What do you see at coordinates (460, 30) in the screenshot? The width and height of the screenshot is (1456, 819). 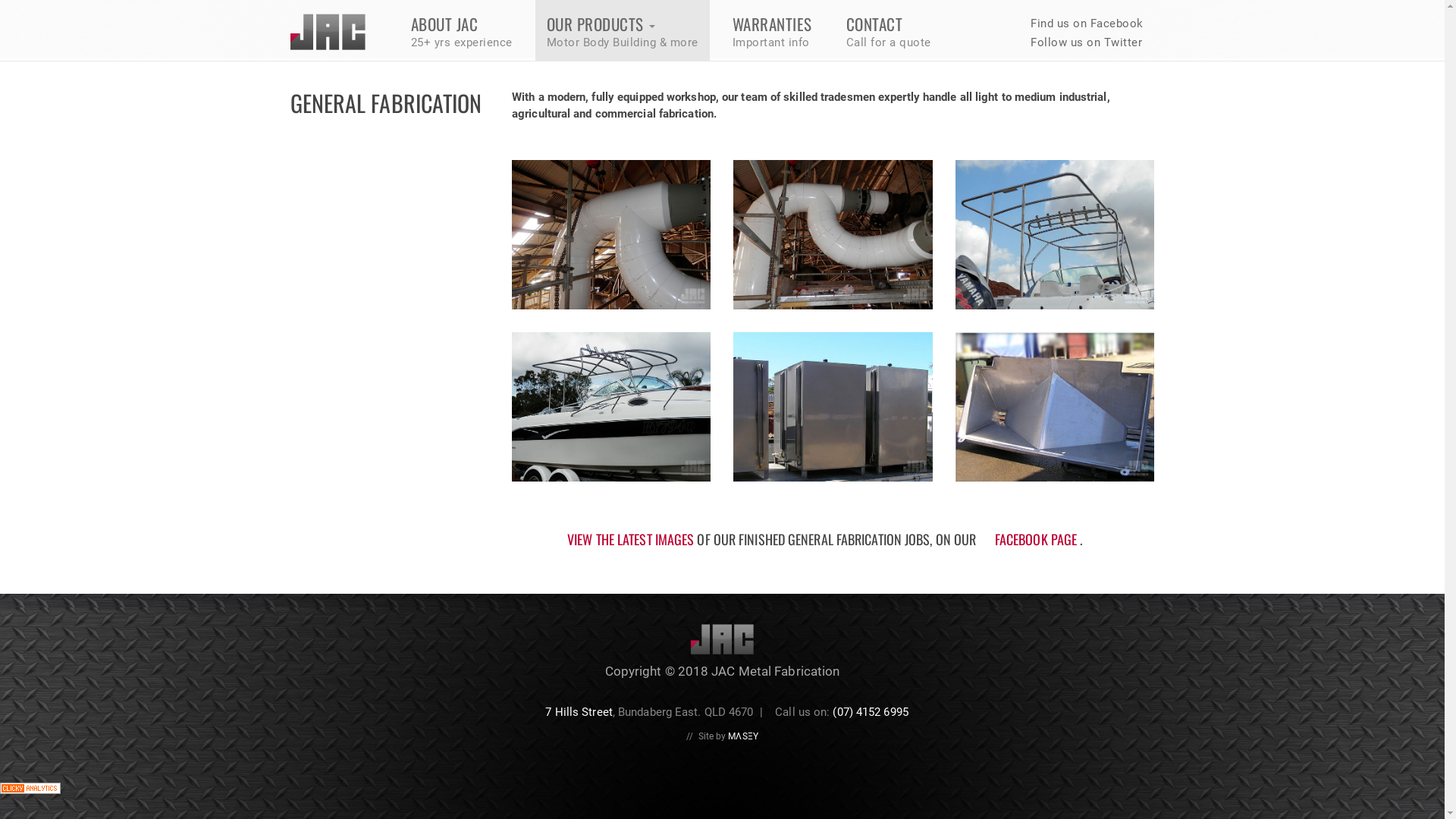 I see `'ABOUT JAC` at bounding box center [460, 30].